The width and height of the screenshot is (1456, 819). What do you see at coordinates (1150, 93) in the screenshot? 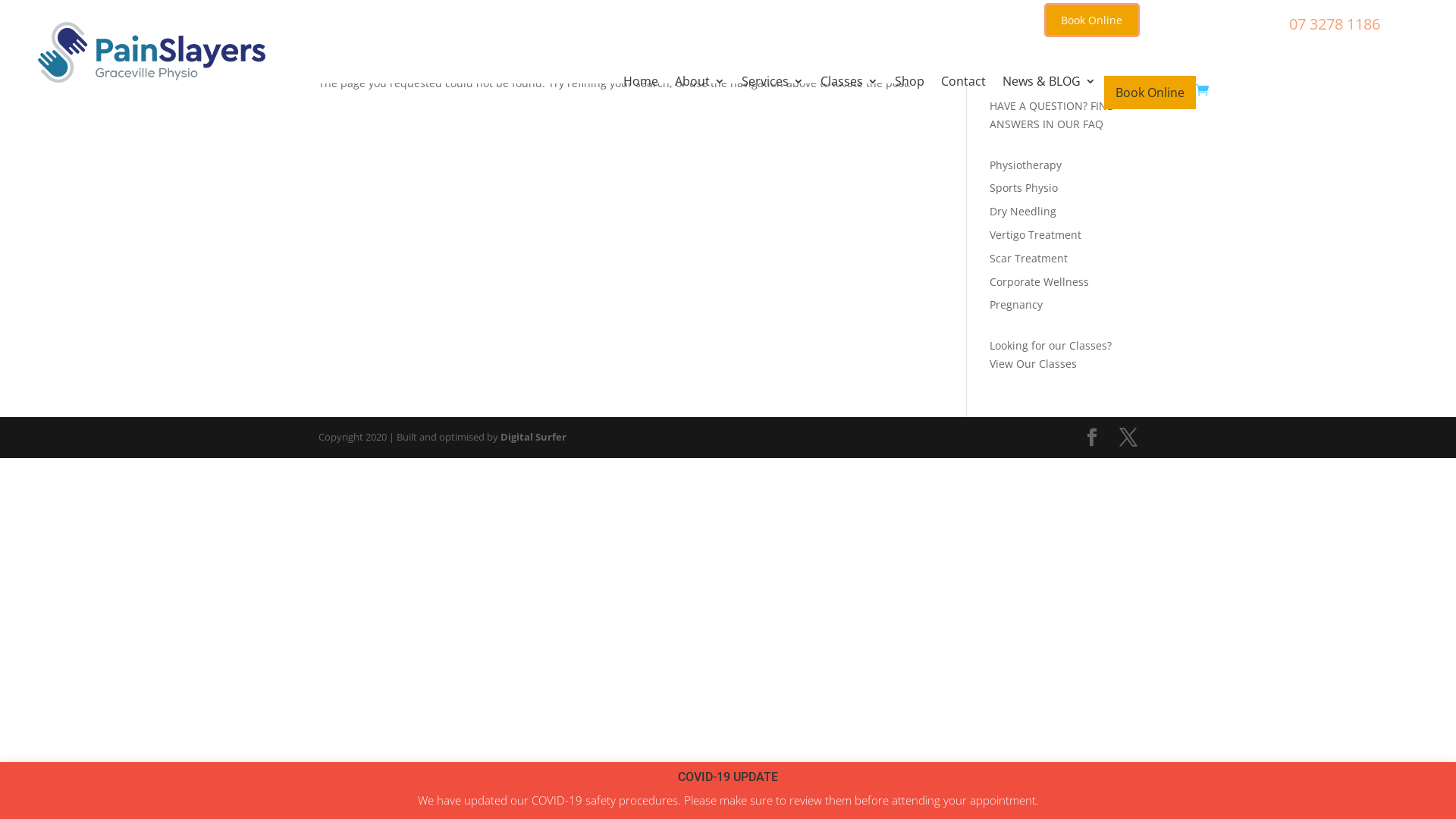
I see `'Book Online'` at bounding box center [1150, 93].